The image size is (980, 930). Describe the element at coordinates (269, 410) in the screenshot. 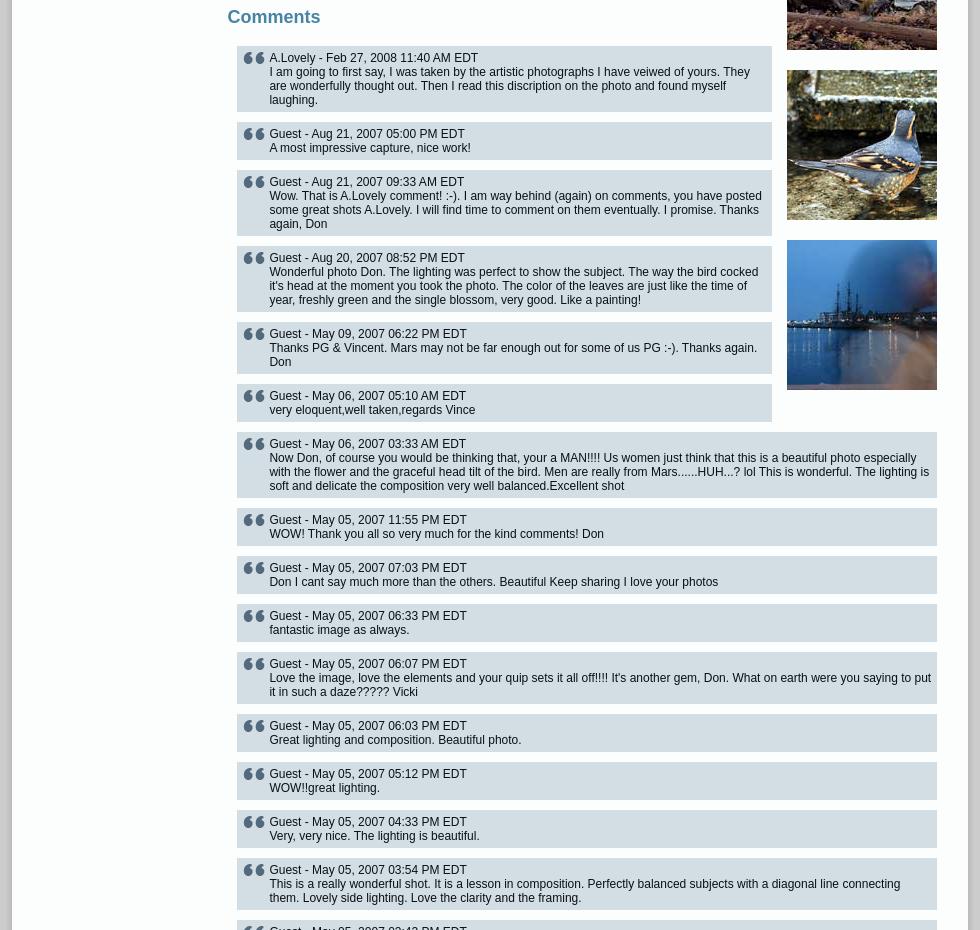

I see `'very eloquent,well taken,regards Vince'` at that location.